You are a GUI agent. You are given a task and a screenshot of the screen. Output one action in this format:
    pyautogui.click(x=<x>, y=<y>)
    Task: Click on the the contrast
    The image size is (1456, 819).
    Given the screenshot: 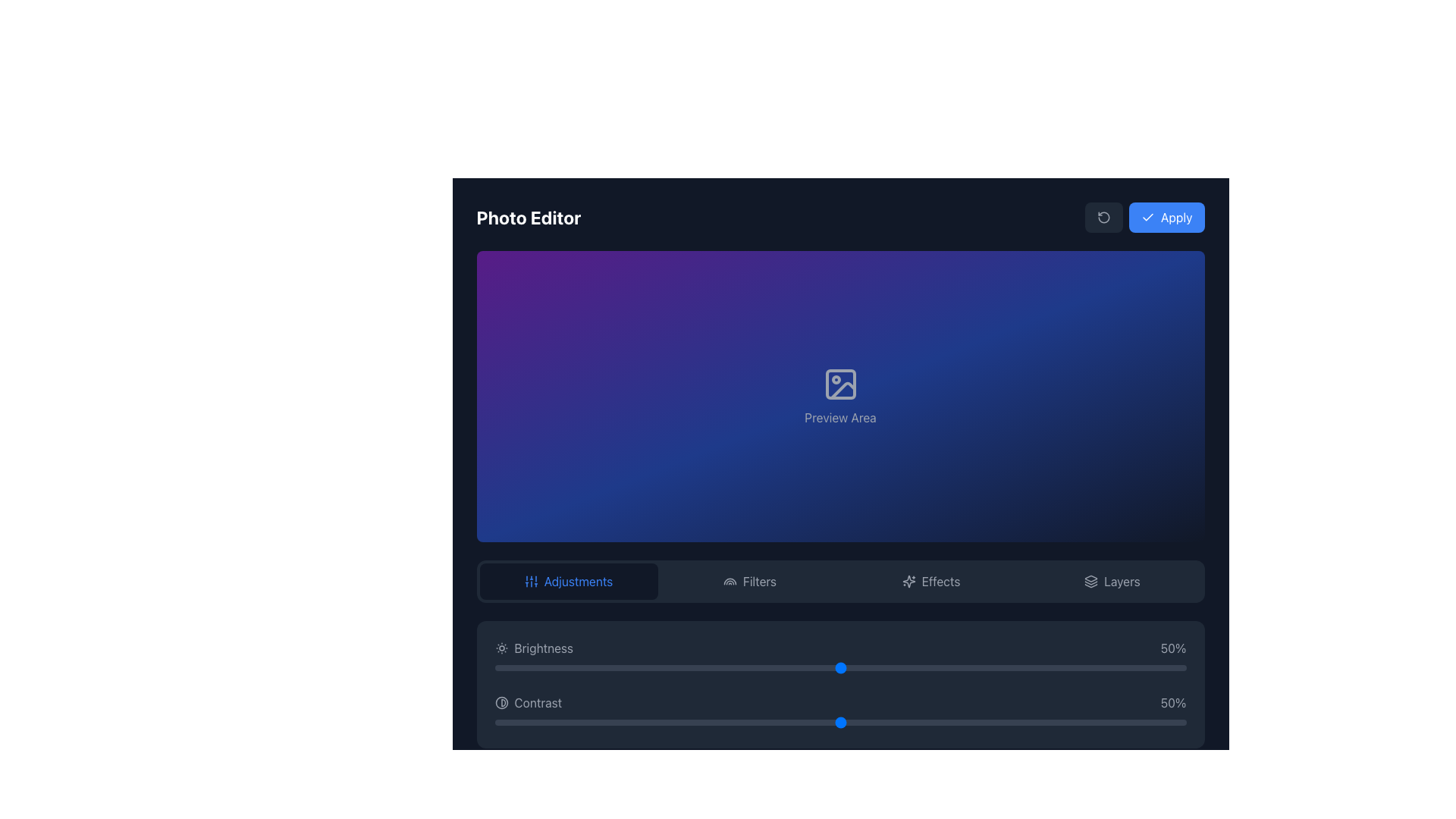 What is the action you would take?
    pyautogui.click(x=1124, y=721)
    